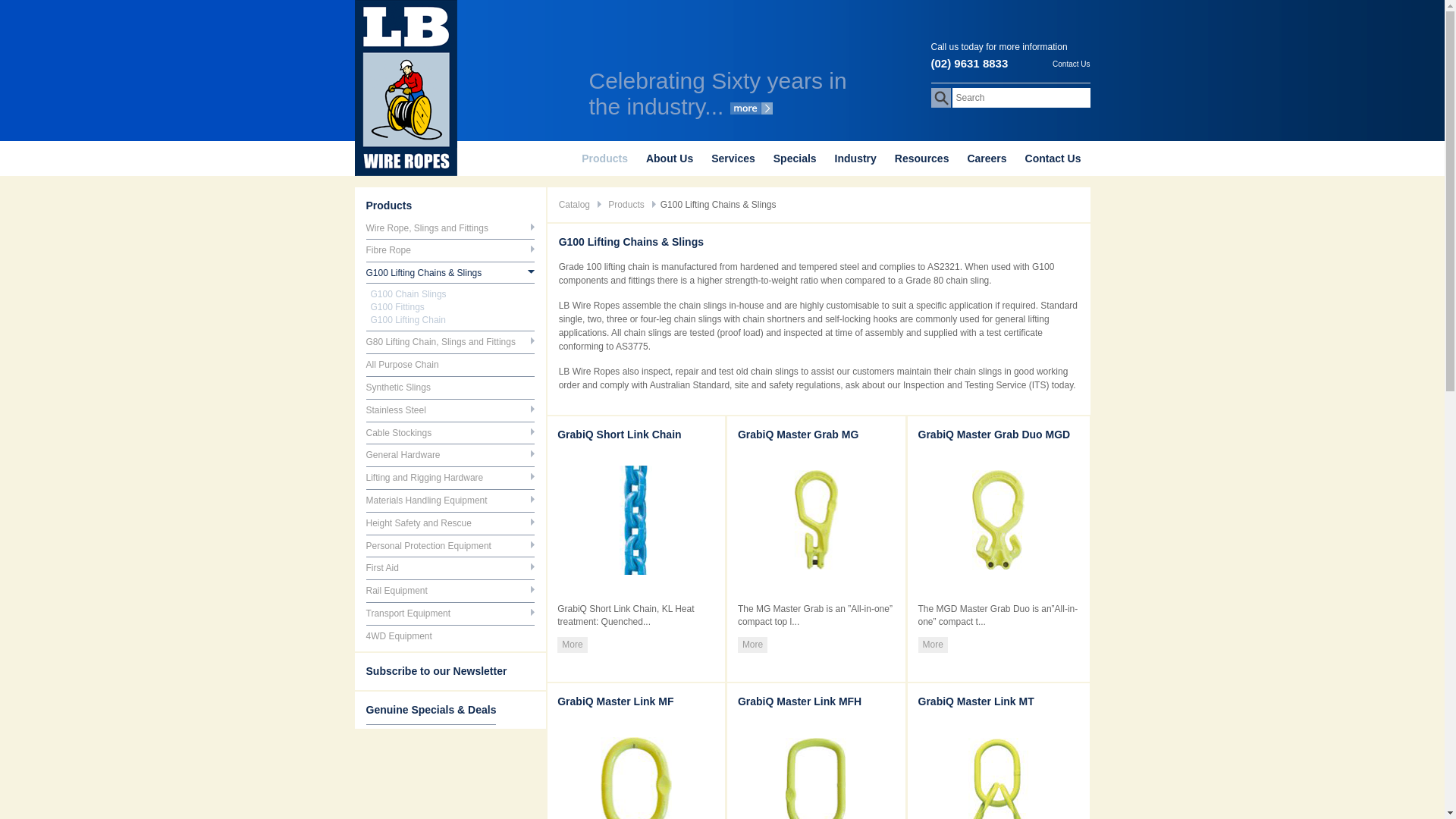 This screenshot has width=1456, height=819. What do you see at coordinates (397, 386) in the screenshot?
I see `'Synthetic Slings'` at bounding box center [397, 386].